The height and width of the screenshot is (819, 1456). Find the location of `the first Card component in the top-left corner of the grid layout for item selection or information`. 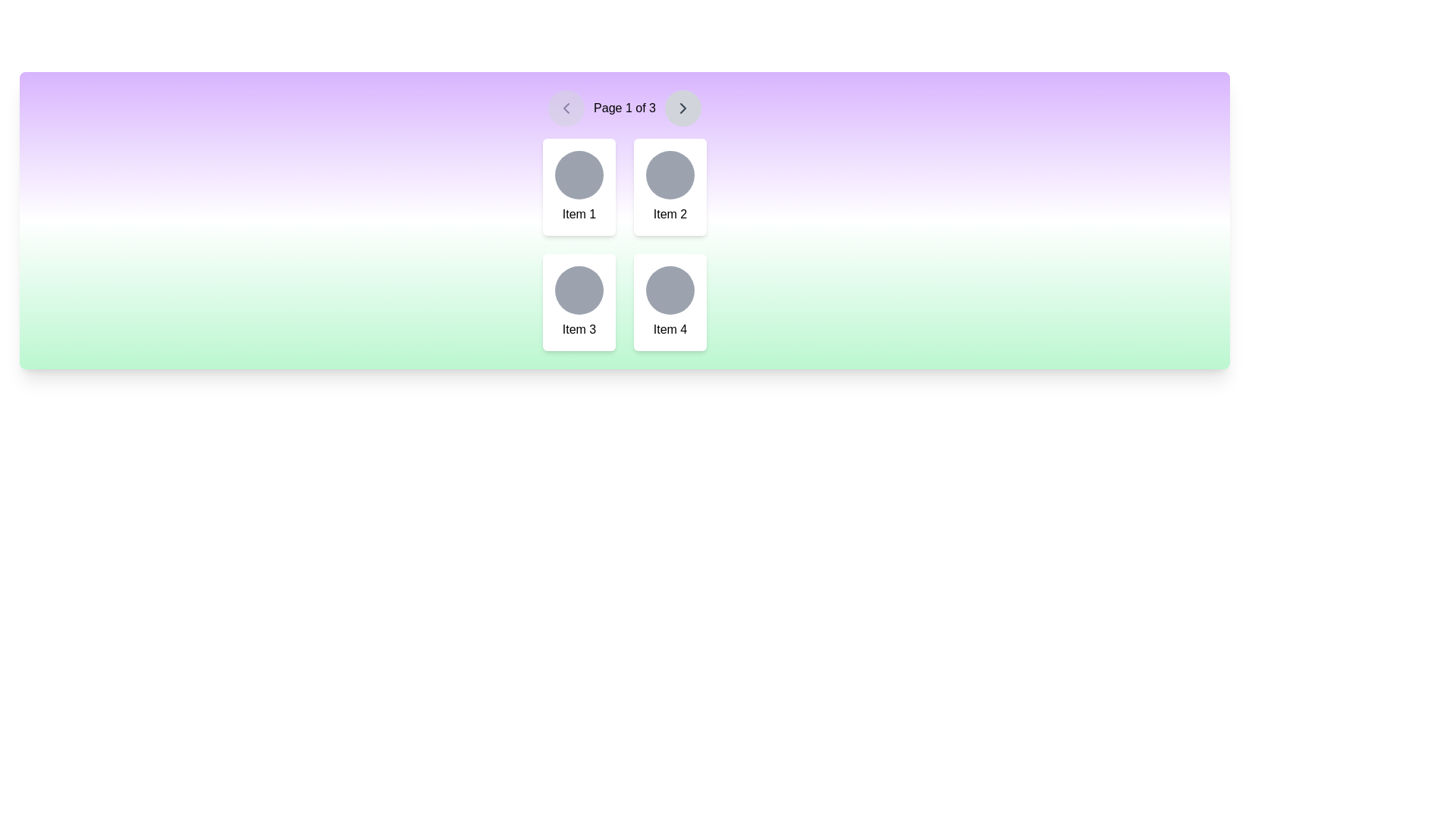

the first Card component in the top-left corner of the grid layout for item selection or information is located at coordinates (578, 186).